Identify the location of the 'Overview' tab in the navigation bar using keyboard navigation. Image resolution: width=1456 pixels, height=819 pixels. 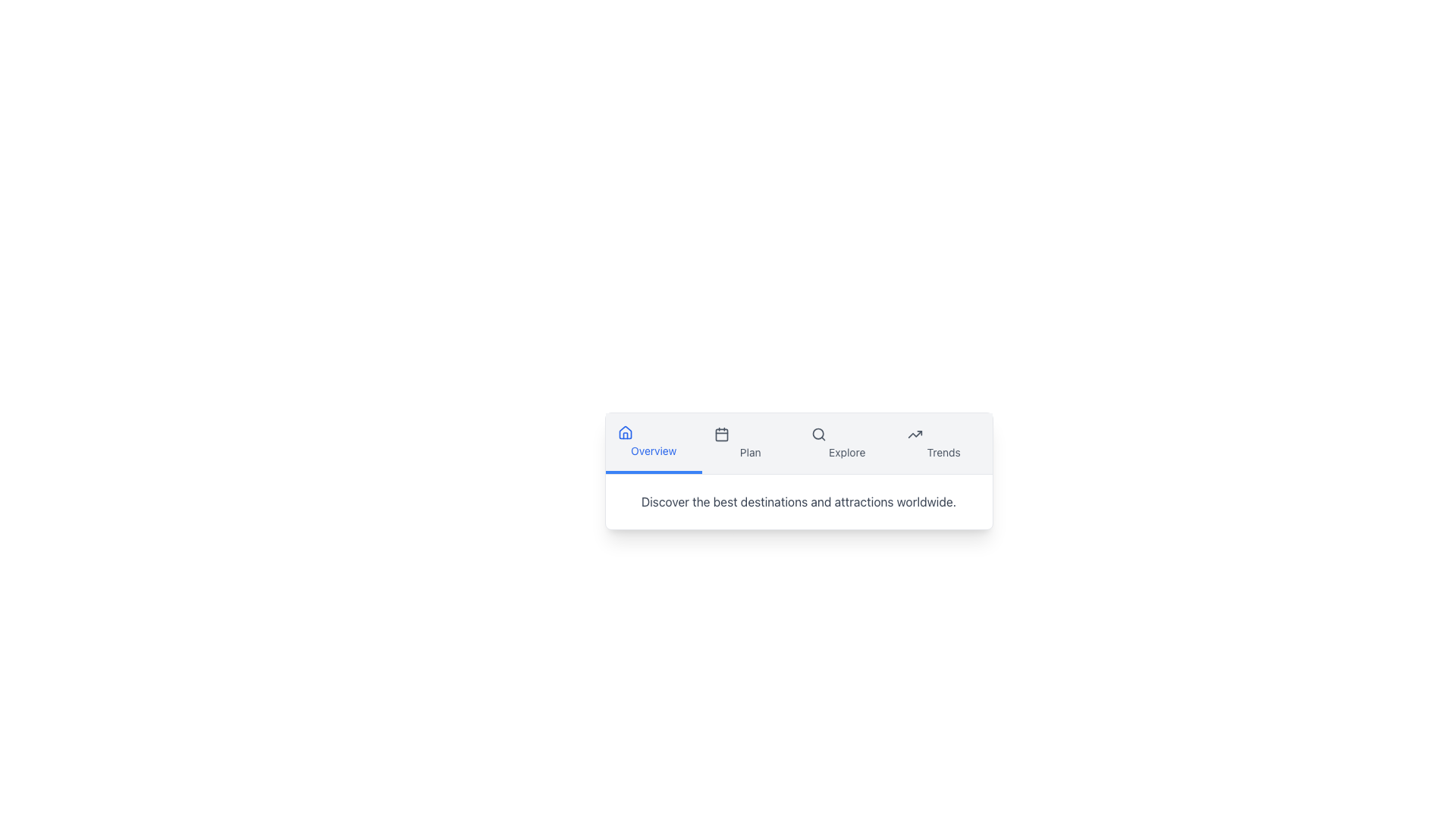
(654, 444).